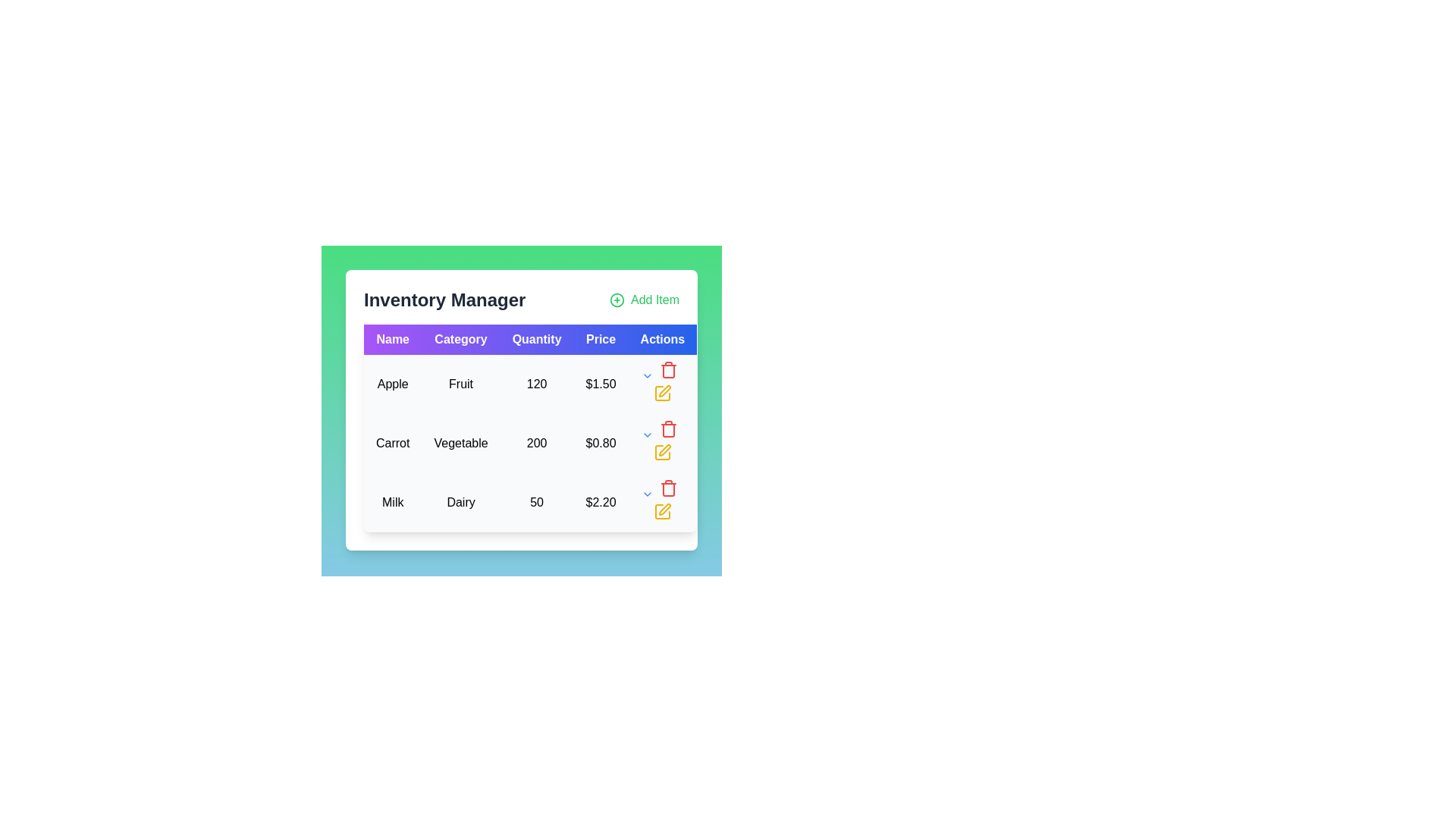  Describe the element at coordinates (647, 375) in the screenshot. I see `the downward-pointing chevron icon in the 'Actions' column of the 'Inventory Manager' table` at that location.